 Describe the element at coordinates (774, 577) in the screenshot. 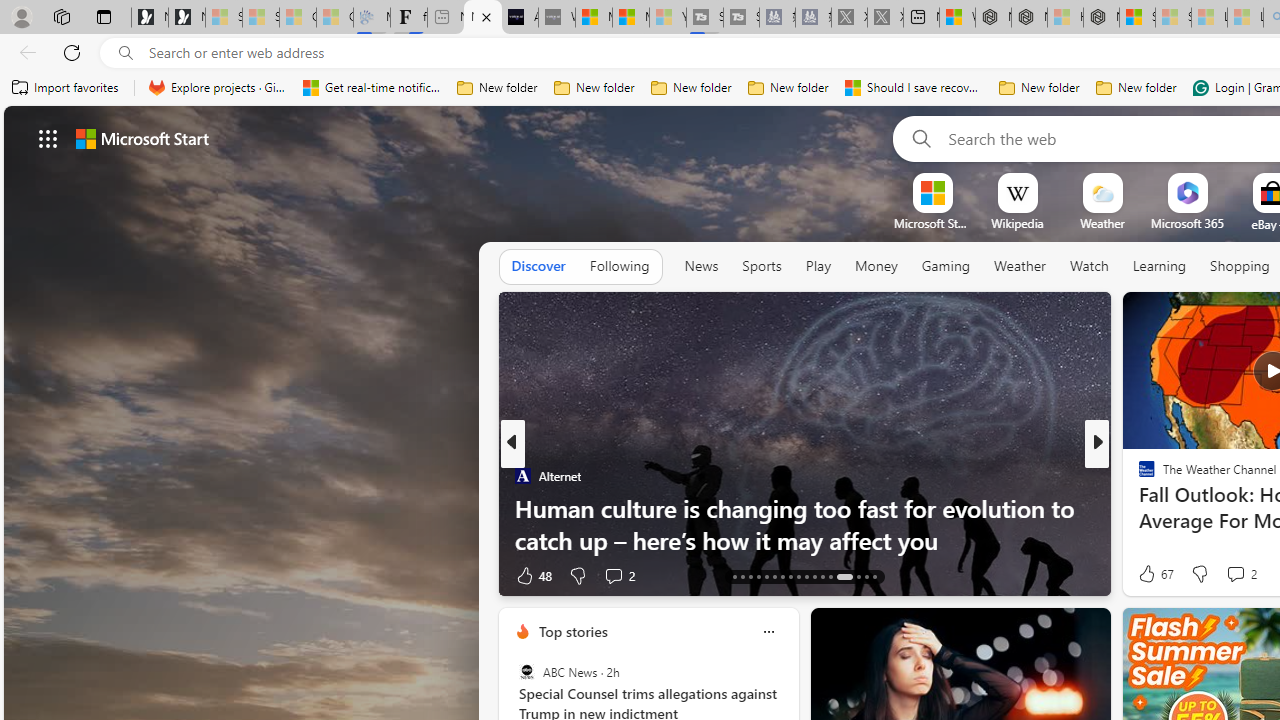

I see `'AutomationID: tab-22'` at that location.